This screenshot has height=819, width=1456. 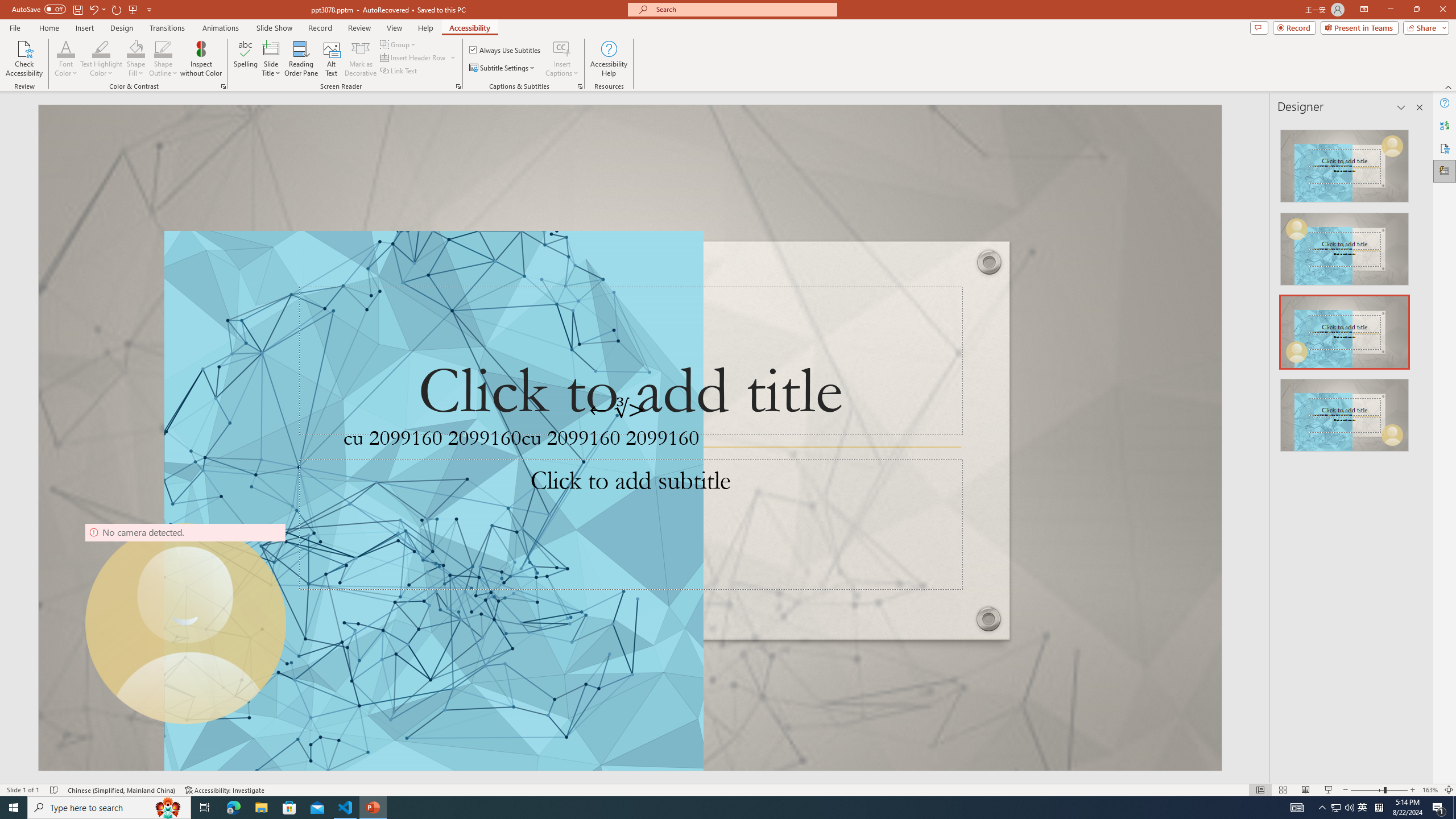 I want to click on 'Inspect without Color', so click(x=201, y=59).